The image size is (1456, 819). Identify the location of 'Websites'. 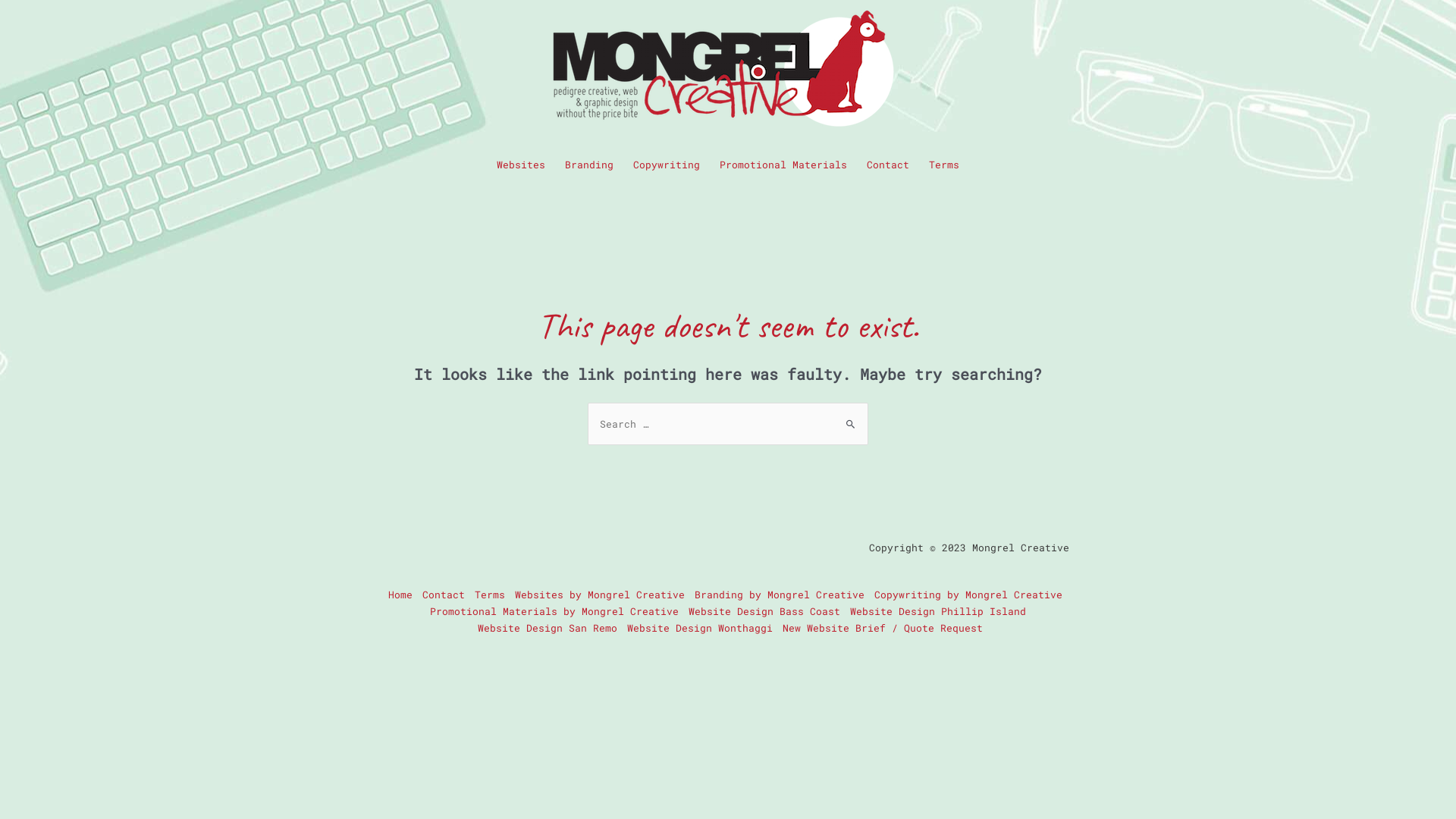
(520, 164).